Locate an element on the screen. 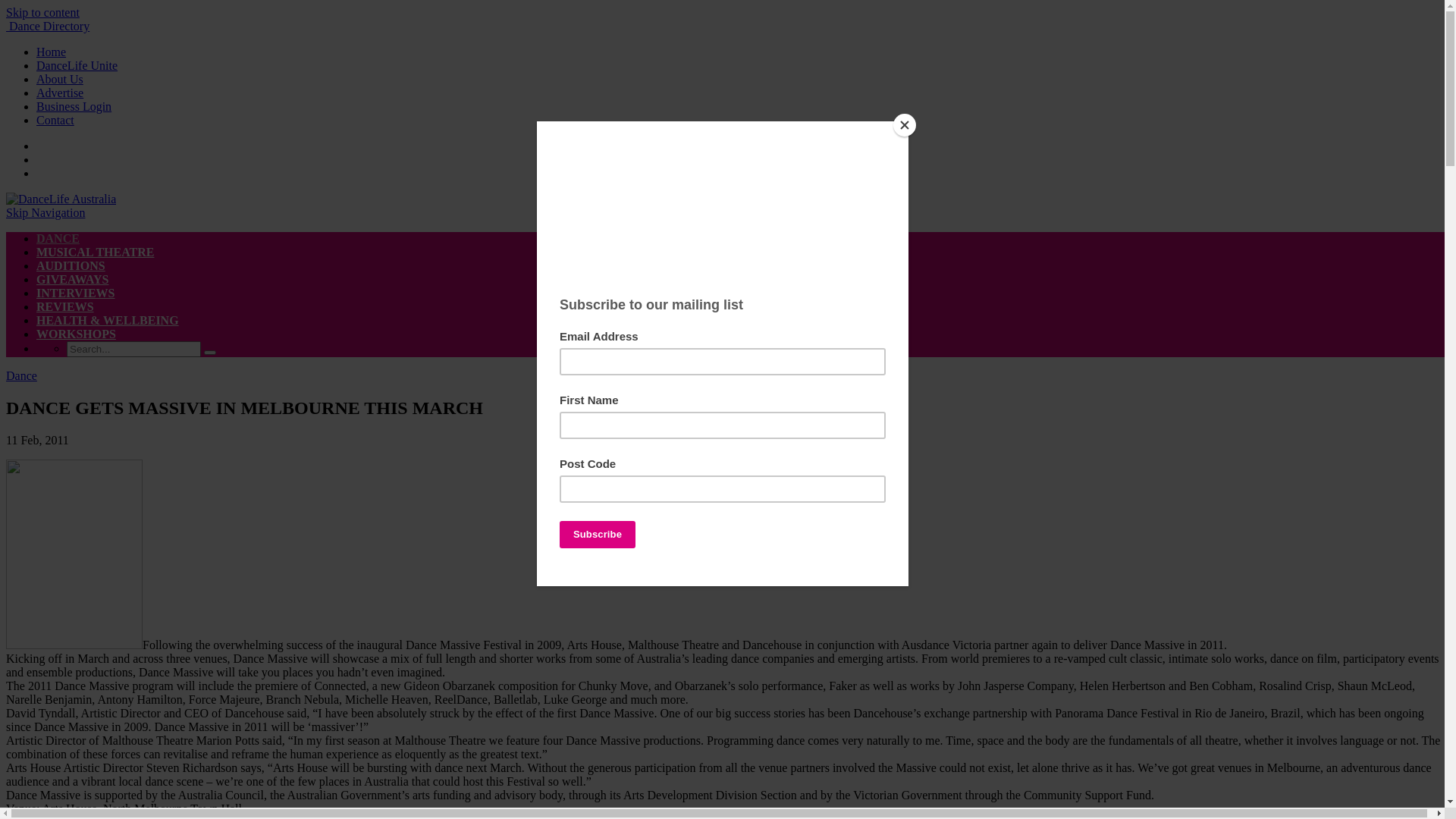 The height and width of the screenshot is (819, 1456). ' Dance Directory' is located at coordinates (47, 26).